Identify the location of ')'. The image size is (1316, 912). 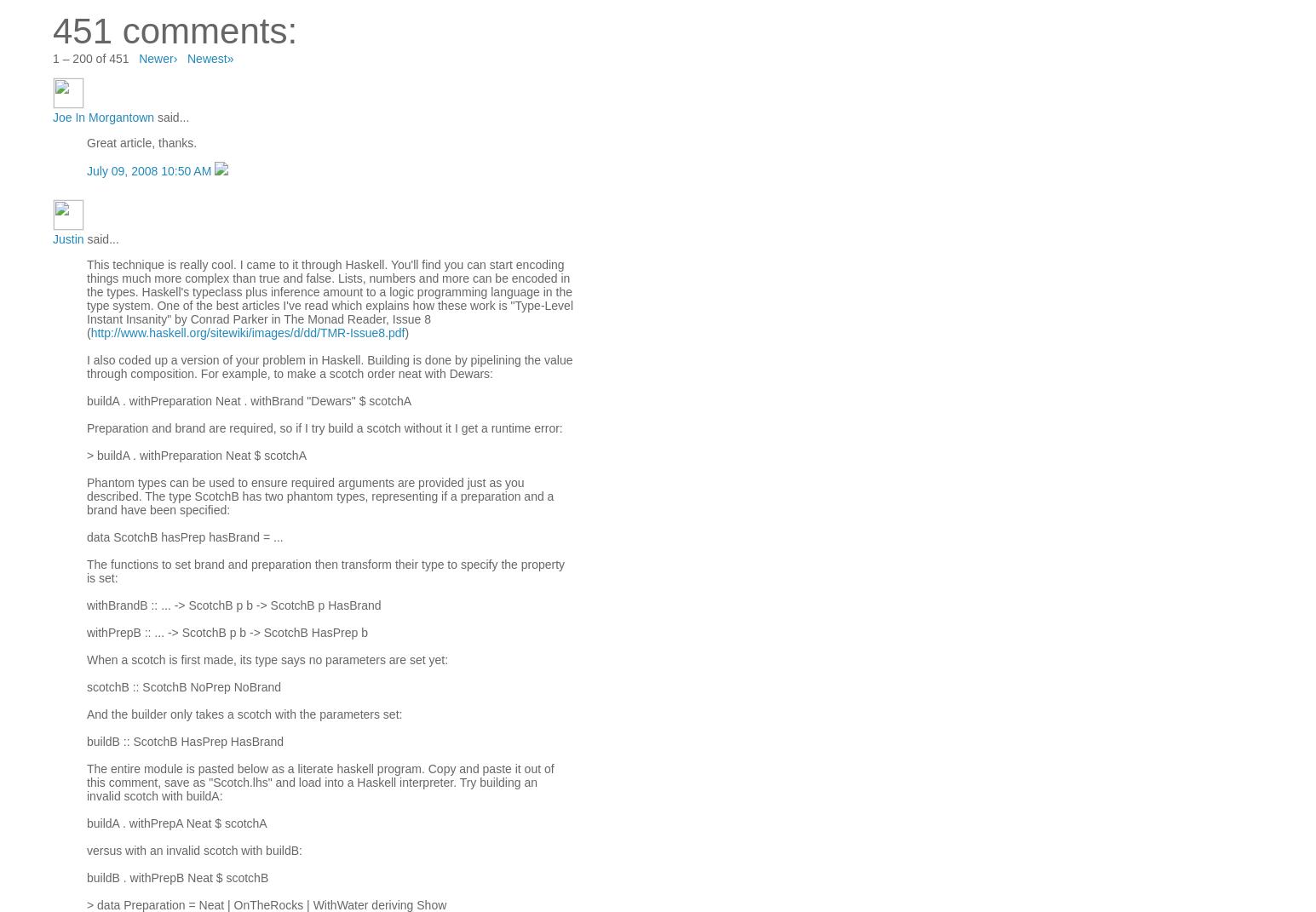
(406, 333).